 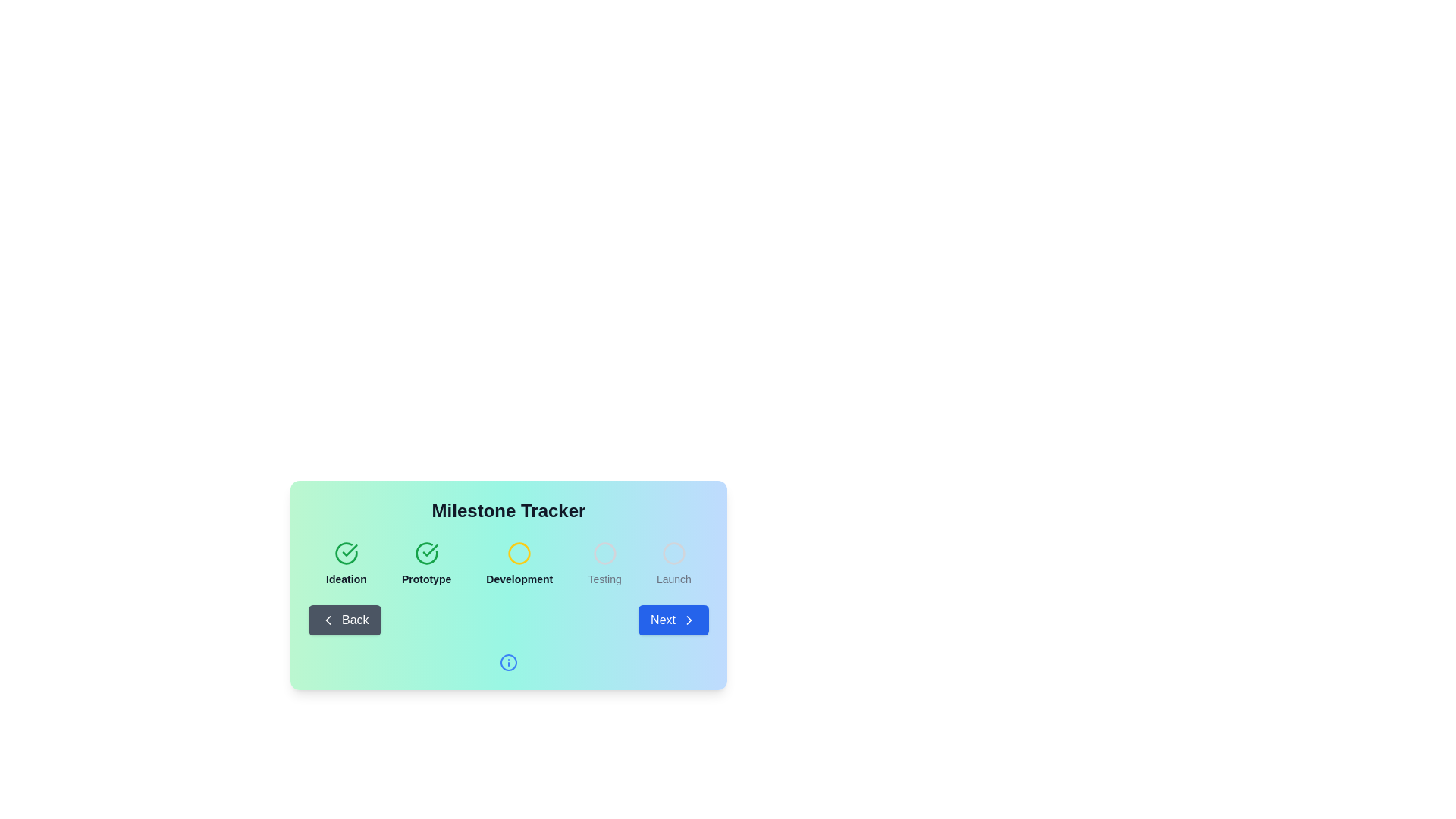 What do you see at coordinates (345, 579) in the screenshot?
I see `the 'Ideation' text label, which is styled with a small, bold font and located under a green check mark icon in the milestone tracker interface` at bounding box center [345, 579].